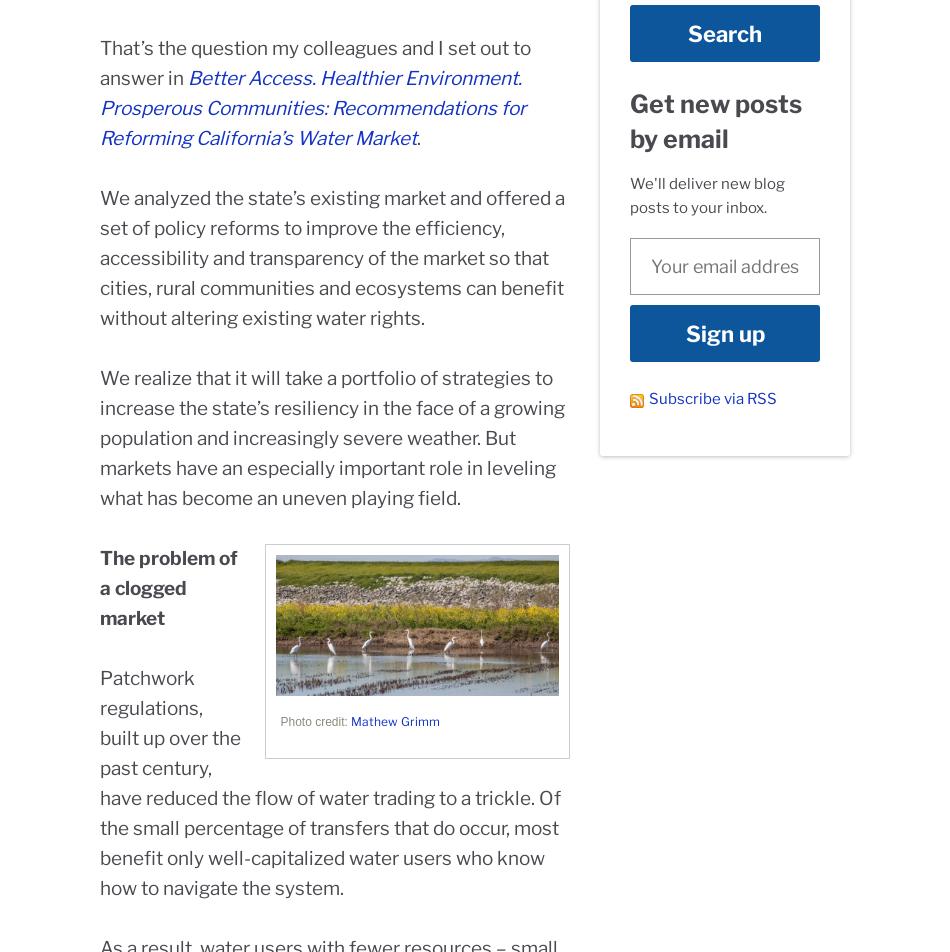  Describe the element at coordinates (783, 773) in the screenshot. I see `'Contact'` at that location.